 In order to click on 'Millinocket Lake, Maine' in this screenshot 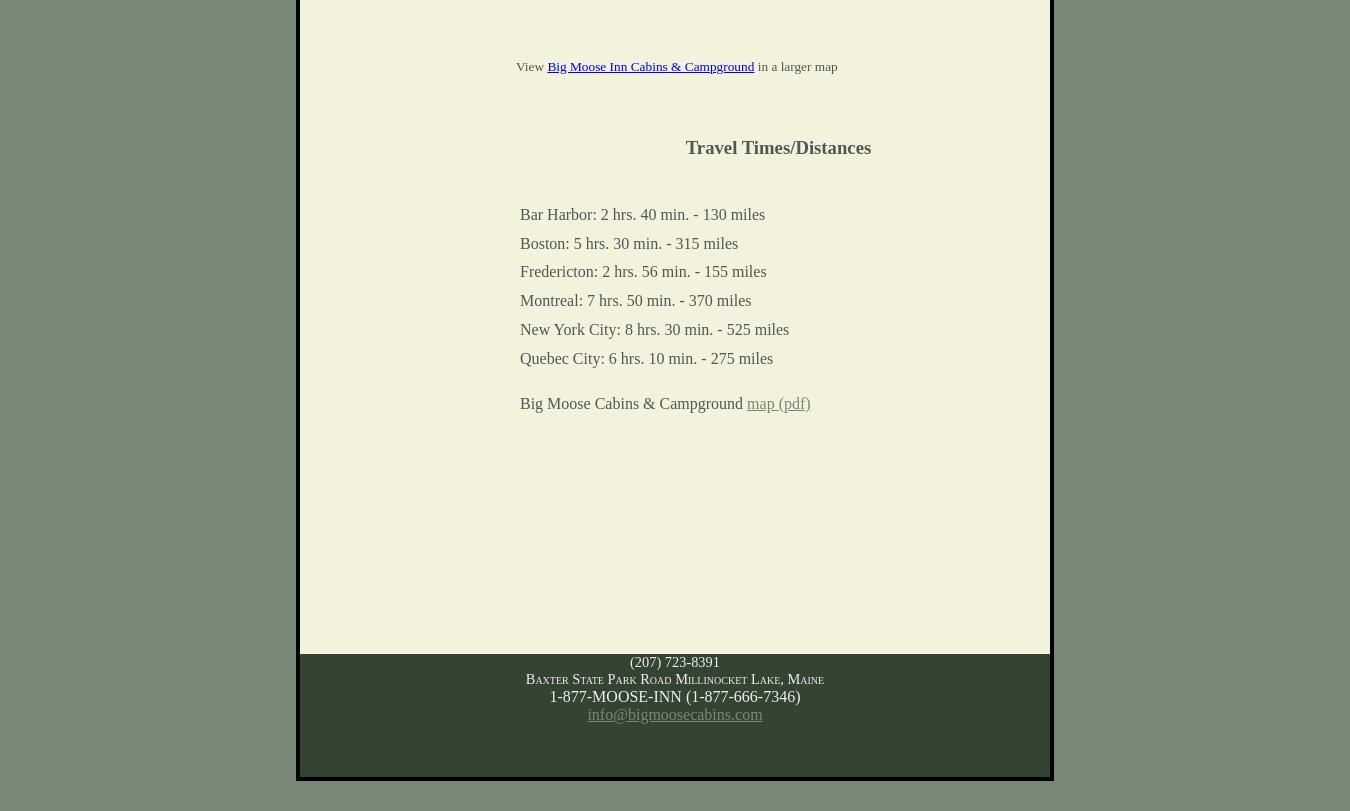, I will do `click(748, 676)`.